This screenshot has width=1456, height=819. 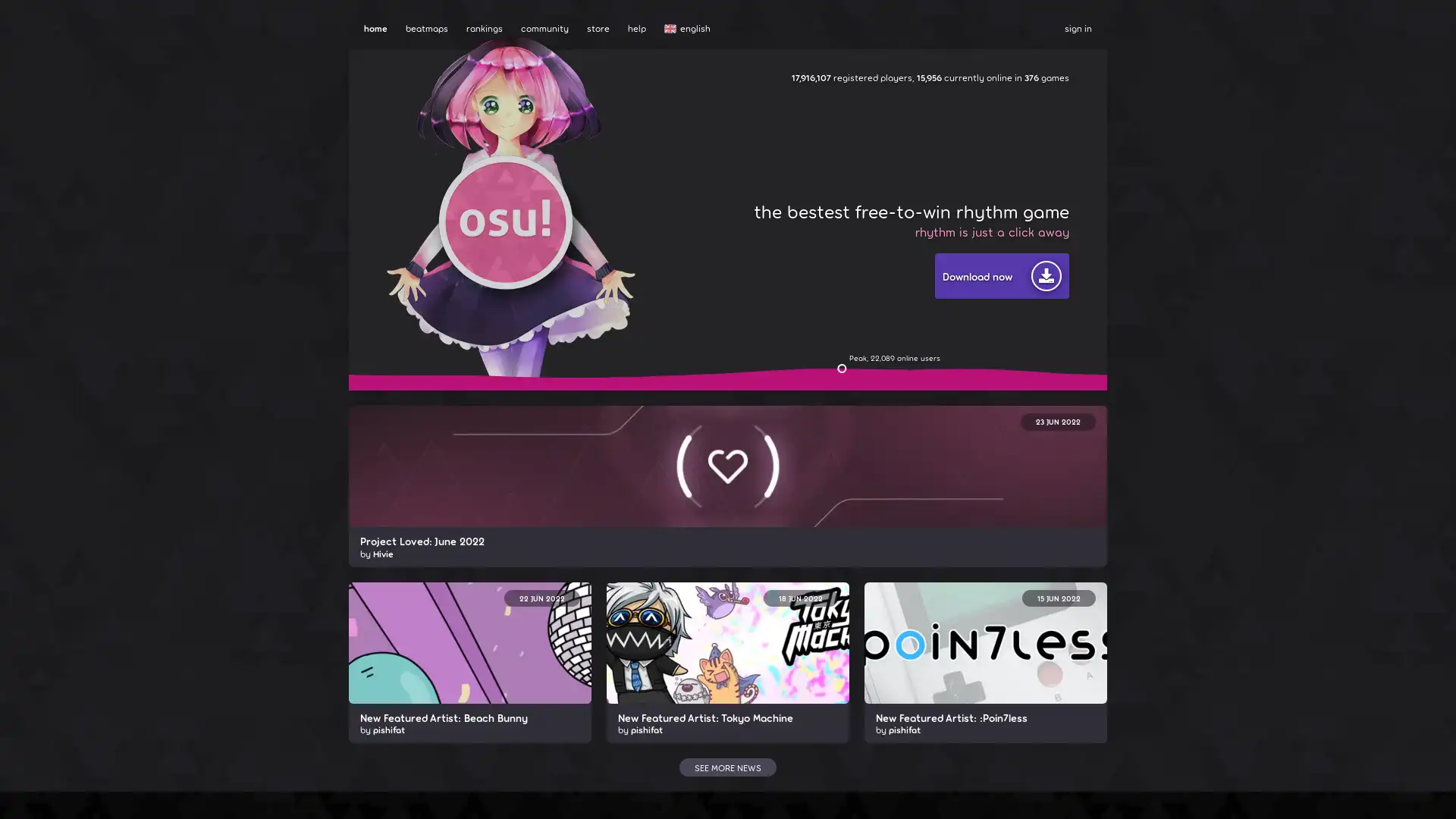 What do you see at coordinates (709, 168) in the screenshot?
I see `deutsch` at bounding box center [709, 168].